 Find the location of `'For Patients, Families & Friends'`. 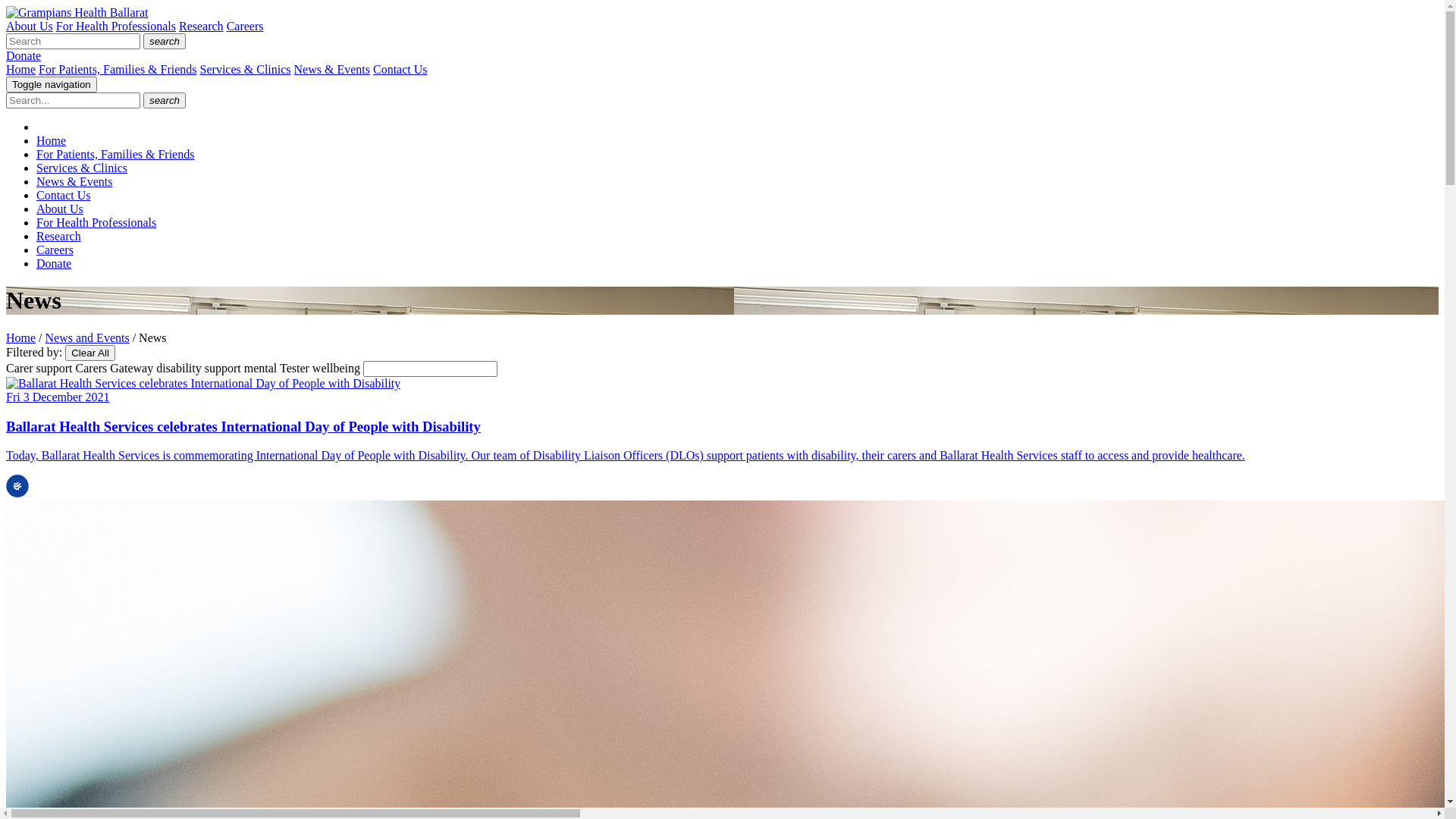

'For Patients, Families & Friends' is located at coordinates (115, 154).